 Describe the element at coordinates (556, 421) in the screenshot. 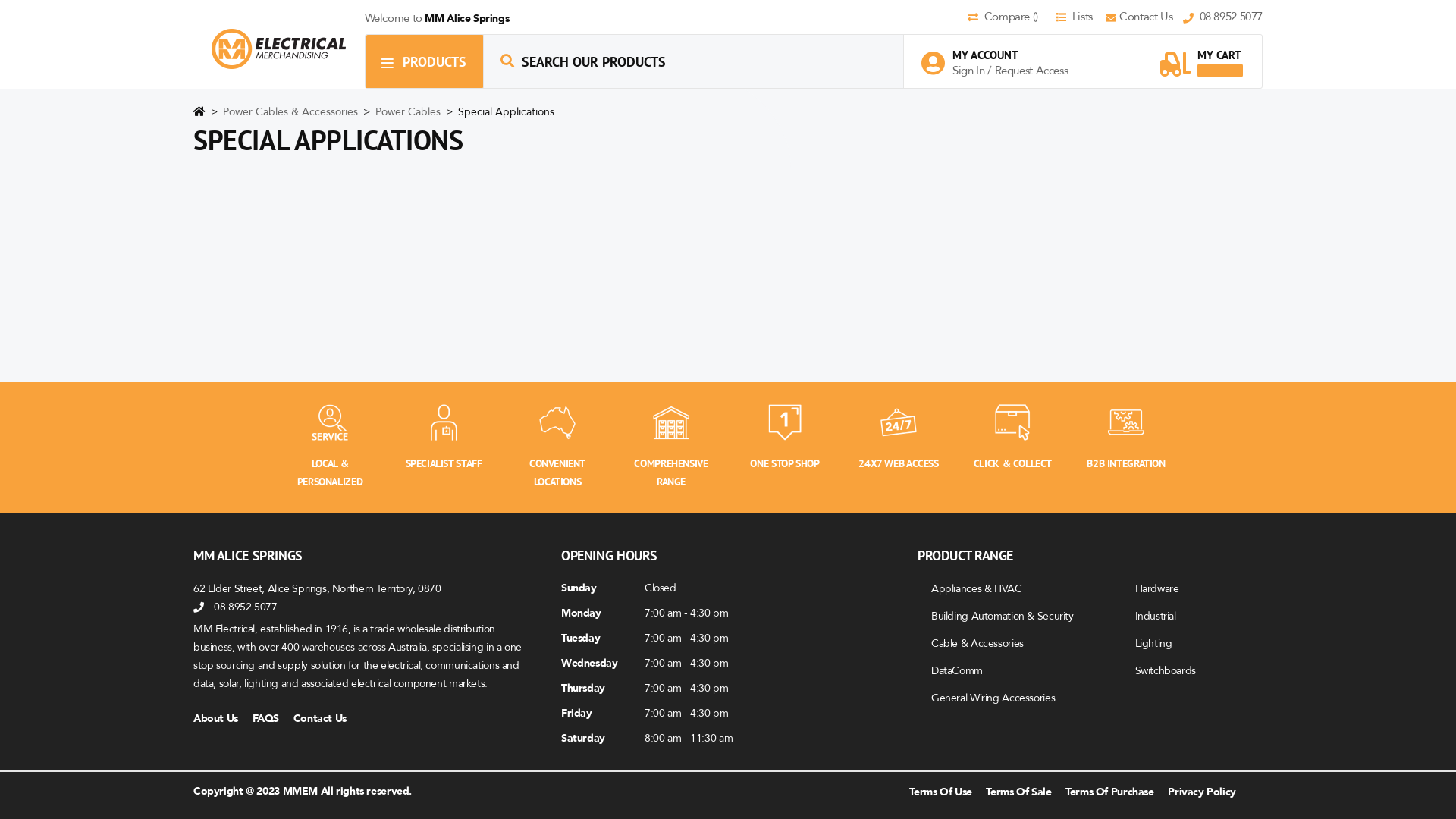

I see `'Convenient locations'` at that location.